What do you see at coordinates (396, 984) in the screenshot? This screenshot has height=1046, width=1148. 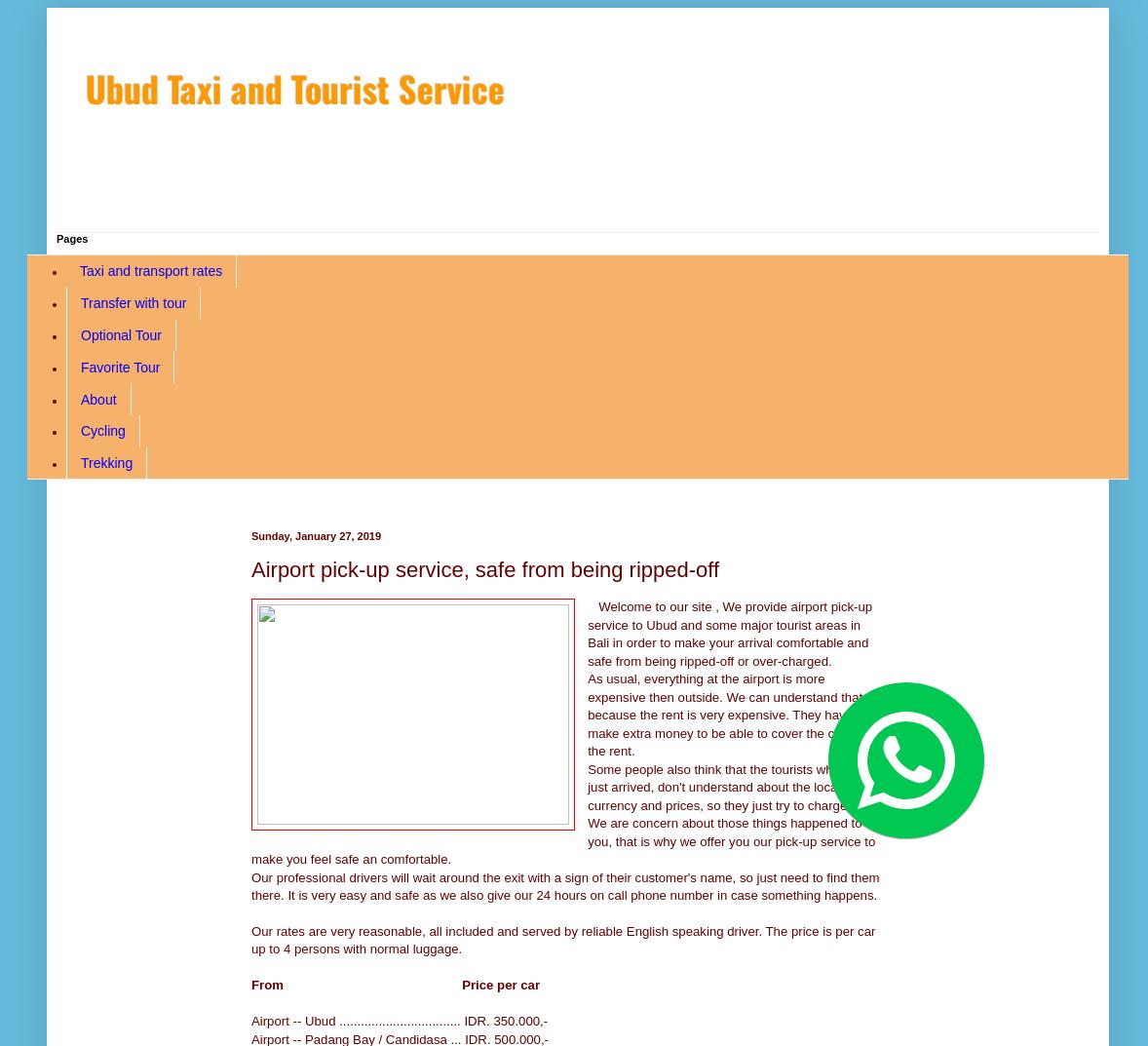 I see `'From                                                  Price per car'` at bounding box center [396, 984].